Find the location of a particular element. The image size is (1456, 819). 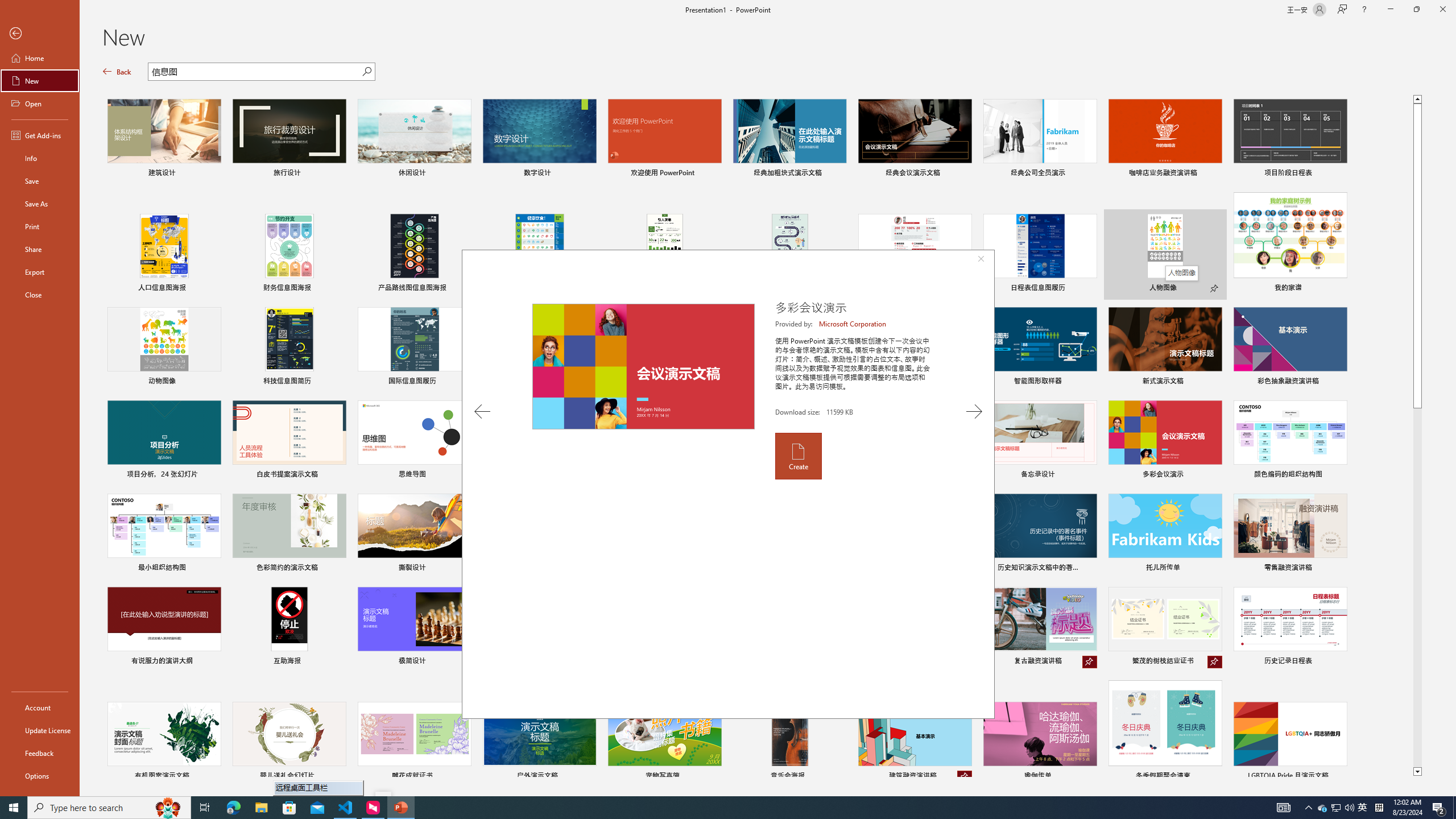

'Next Template' is located at coordinates (974, 411).